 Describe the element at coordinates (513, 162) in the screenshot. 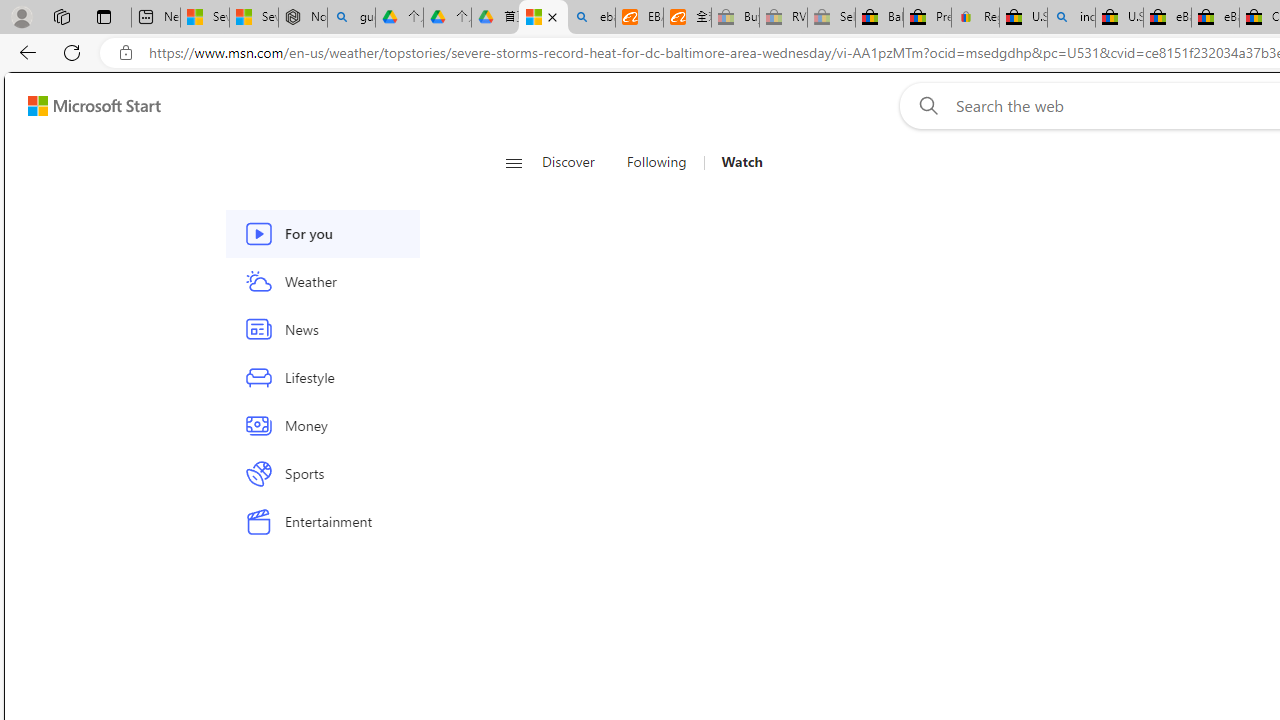

I see `'Class: button-glyph'` at that location.